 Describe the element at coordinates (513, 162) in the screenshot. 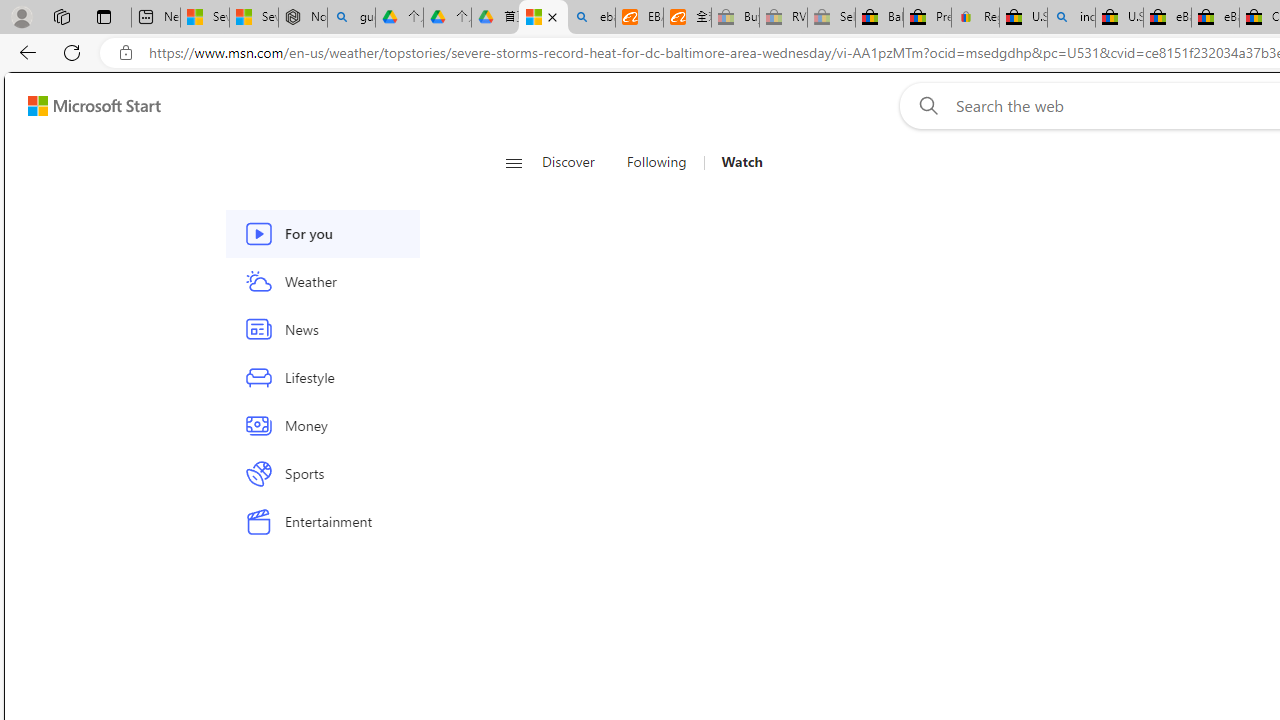

I see `'Class: button-glyph'` at that location.